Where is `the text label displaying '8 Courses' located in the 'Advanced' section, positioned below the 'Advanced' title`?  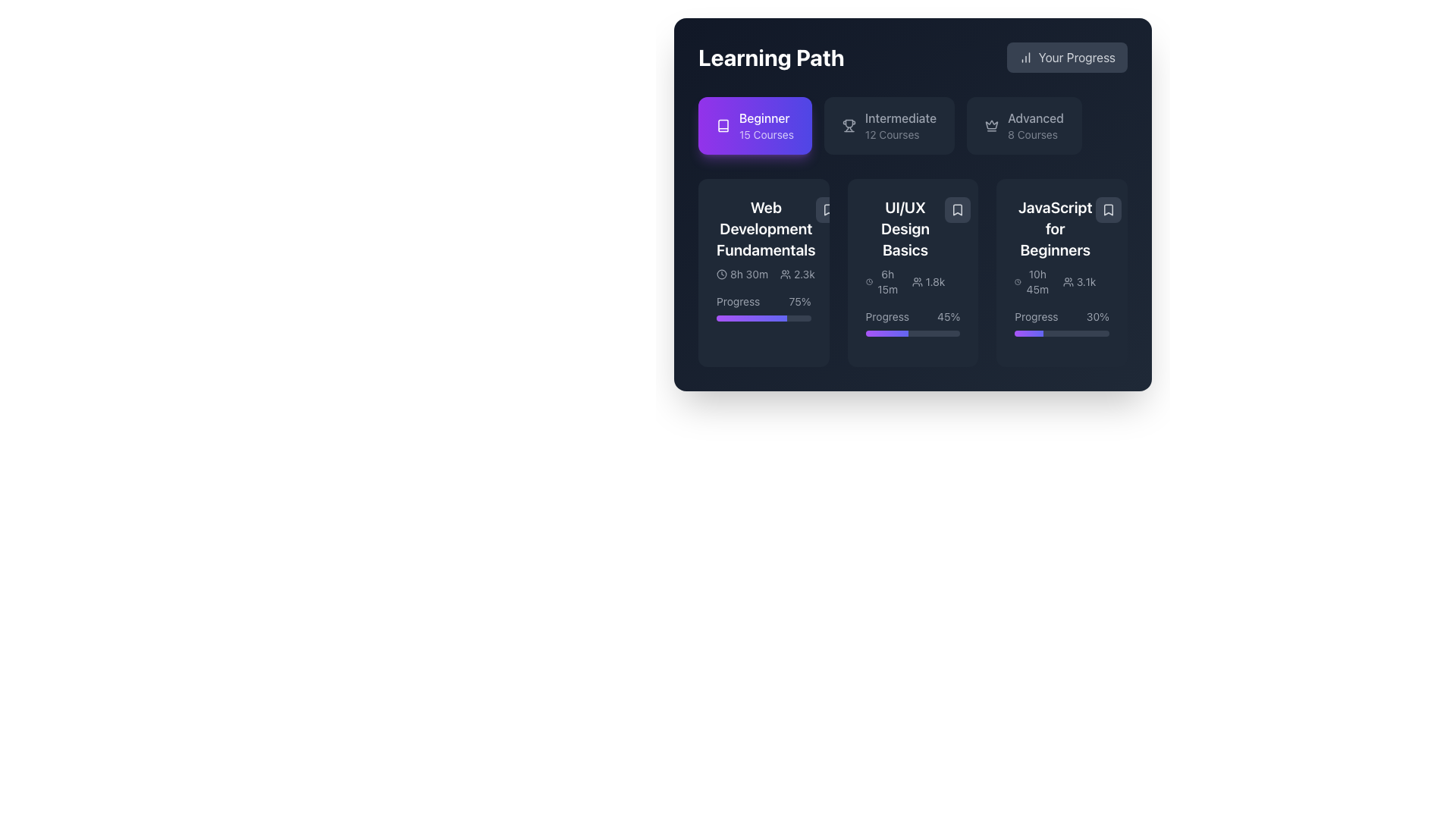 the text label displaying '8 Courses' located in the 'Advanced' section, positioned below the 'Advanced' title is located at coordinates (1035, 133).